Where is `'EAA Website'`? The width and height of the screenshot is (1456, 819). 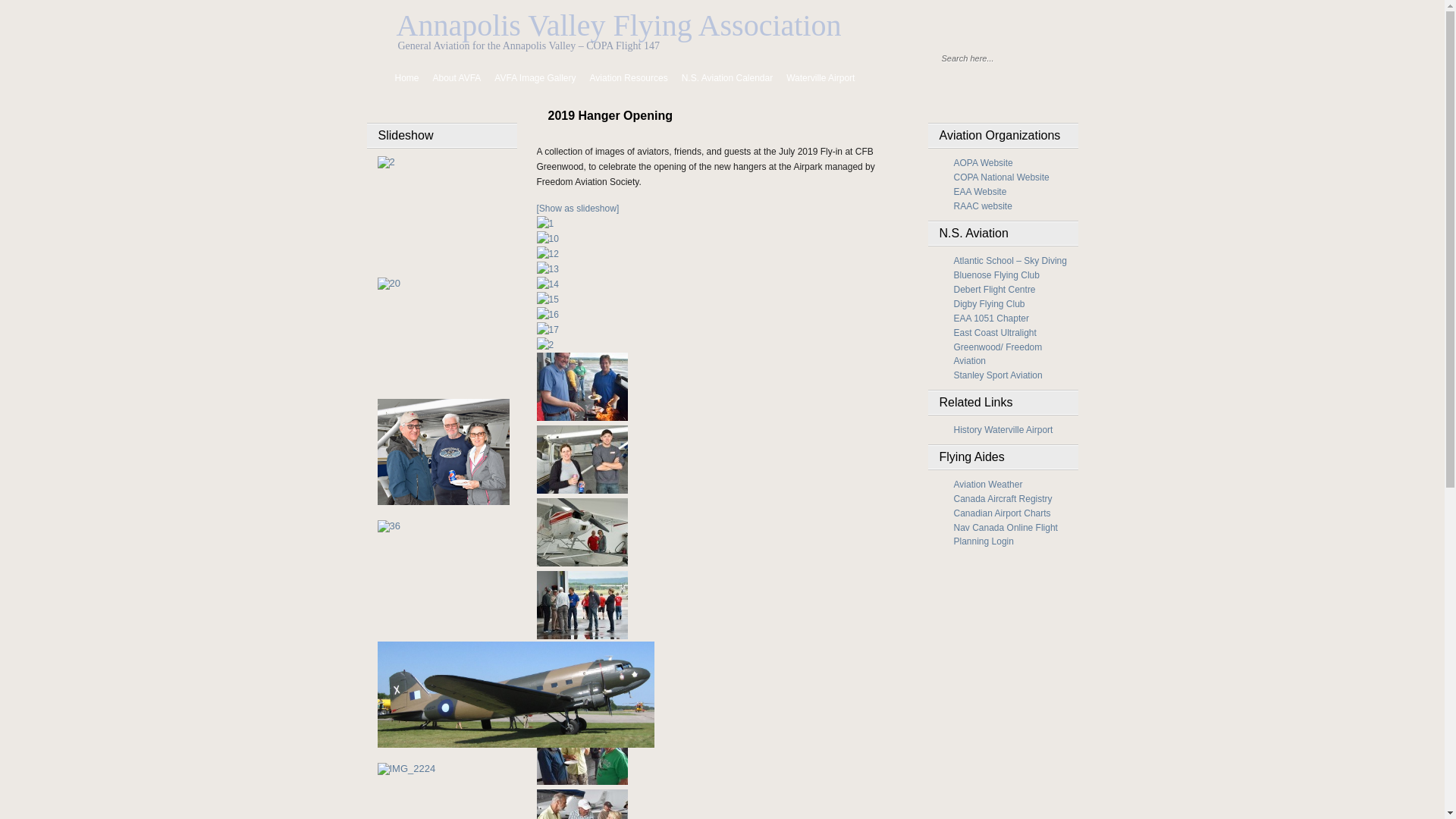 'EAA Website' is located at coordinates (980, 191).